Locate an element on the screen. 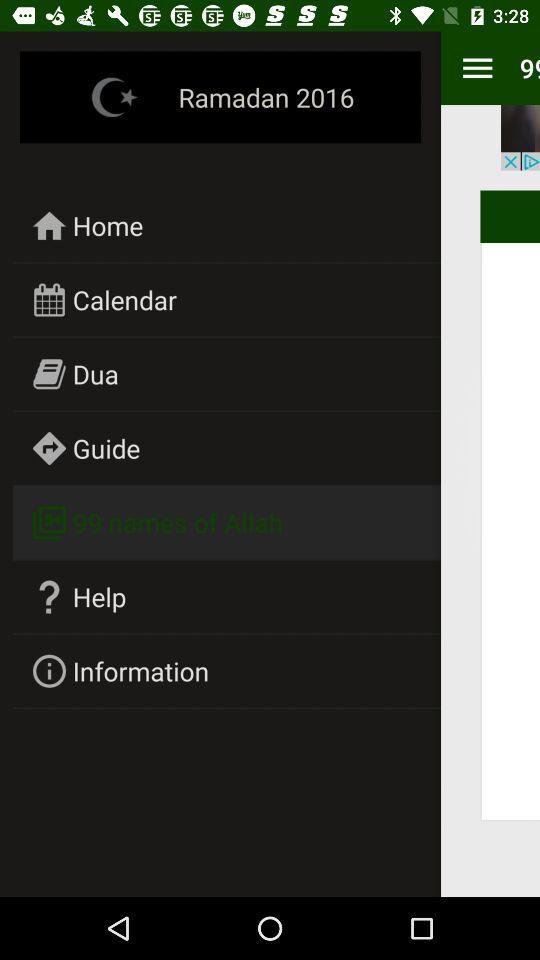 The width and height of the screenshot is (540, 960). icon above calendar icon is located at coordinates (108, 225).